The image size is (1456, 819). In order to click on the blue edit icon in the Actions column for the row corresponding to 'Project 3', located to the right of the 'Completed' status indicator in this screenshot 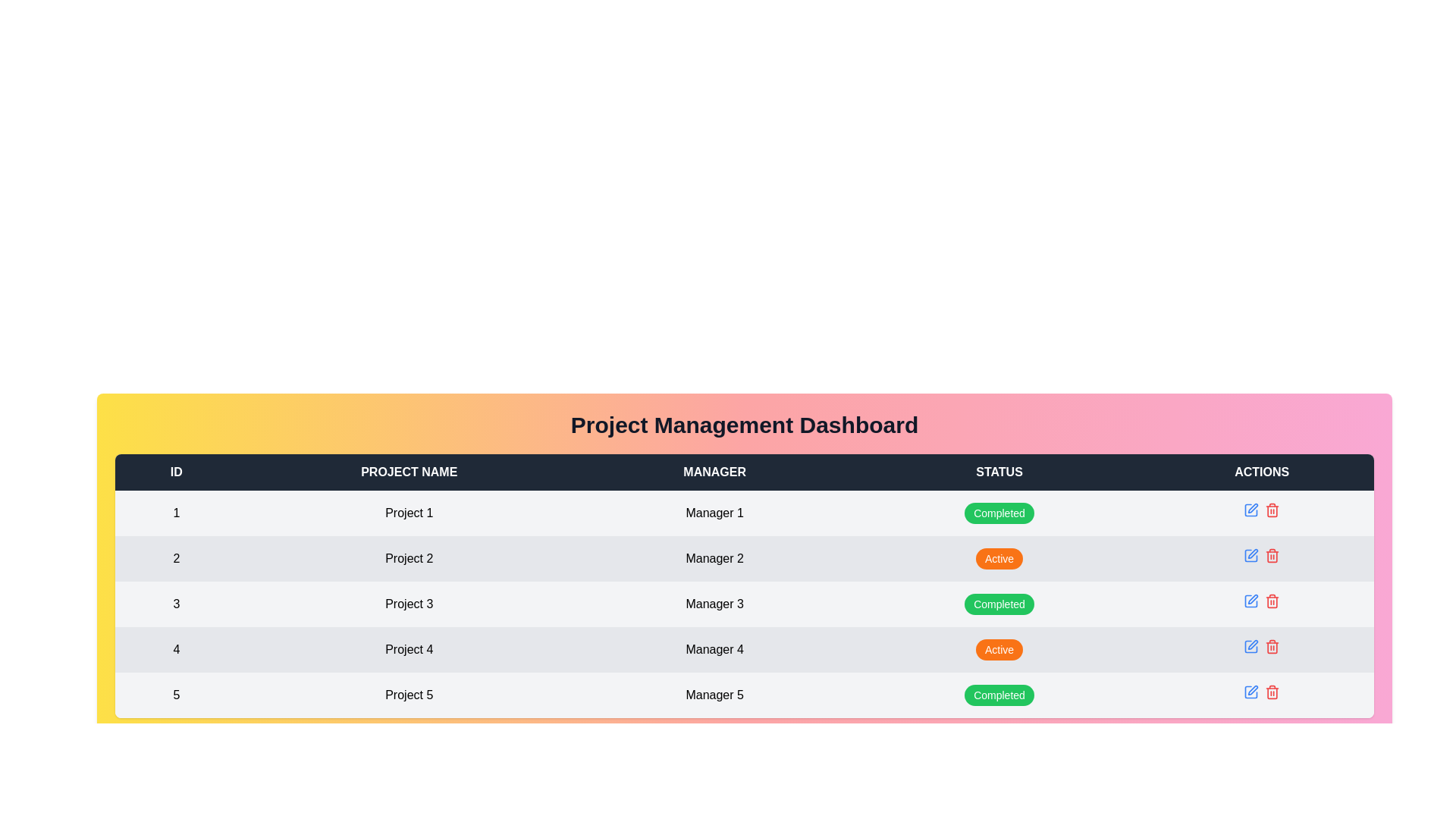, I will do `click(1262, 601)`.